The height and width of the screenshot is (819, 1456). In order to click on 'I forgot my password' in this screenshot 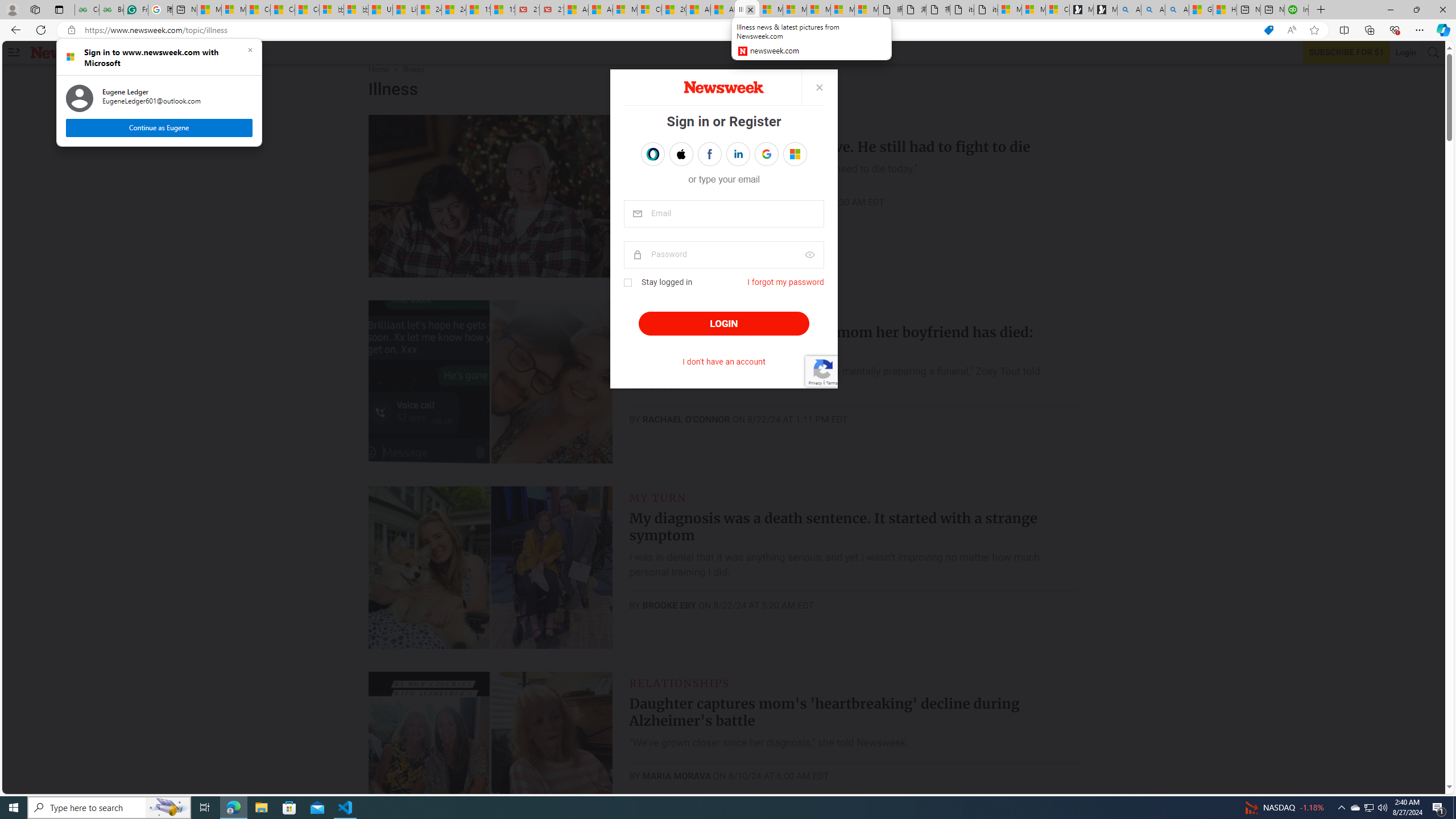, I will do `click(785, 282)`.